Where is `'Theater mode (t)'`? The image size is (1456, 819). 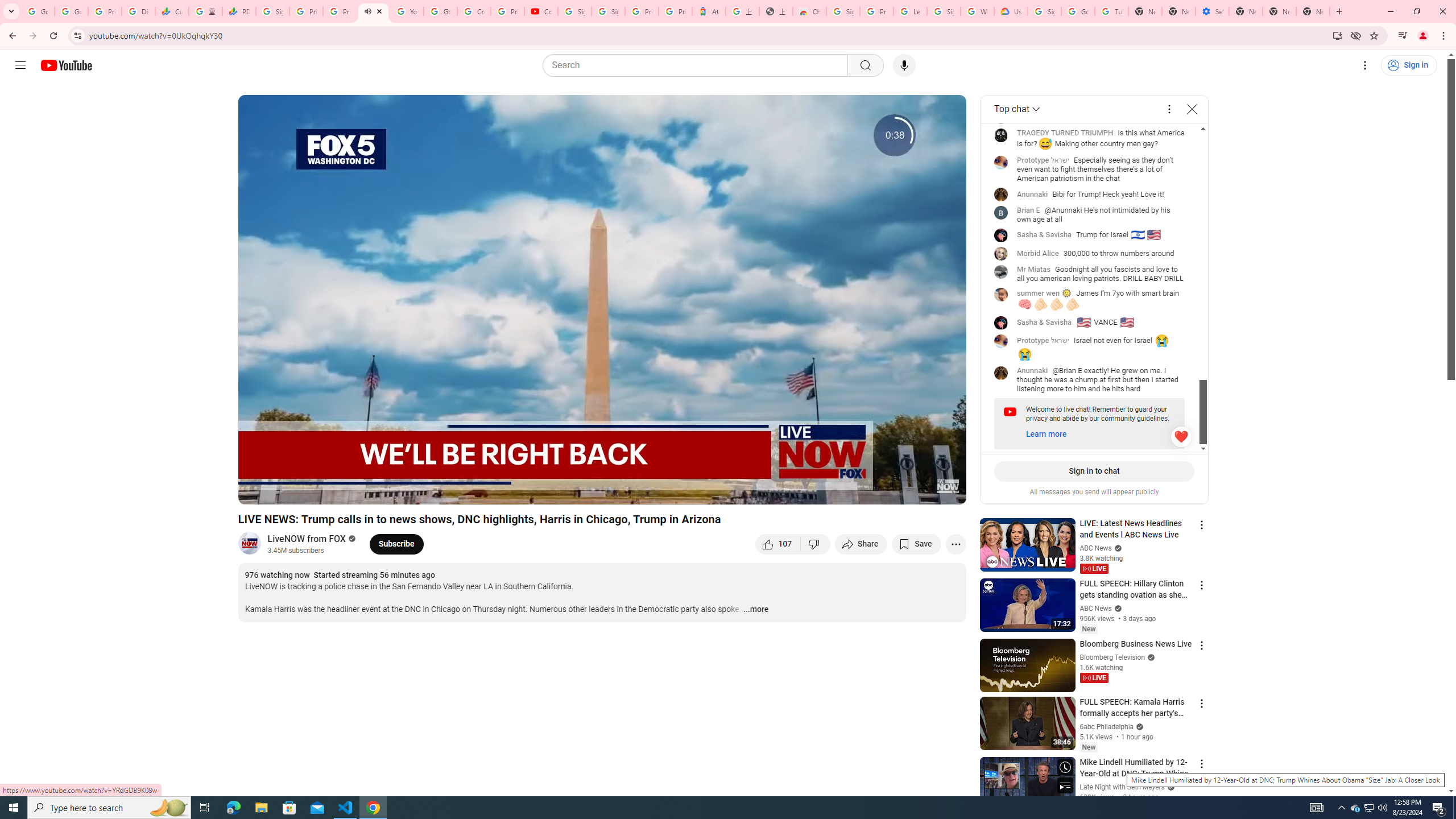
'Theater mode (t)' is located at coordinates (918, 490).